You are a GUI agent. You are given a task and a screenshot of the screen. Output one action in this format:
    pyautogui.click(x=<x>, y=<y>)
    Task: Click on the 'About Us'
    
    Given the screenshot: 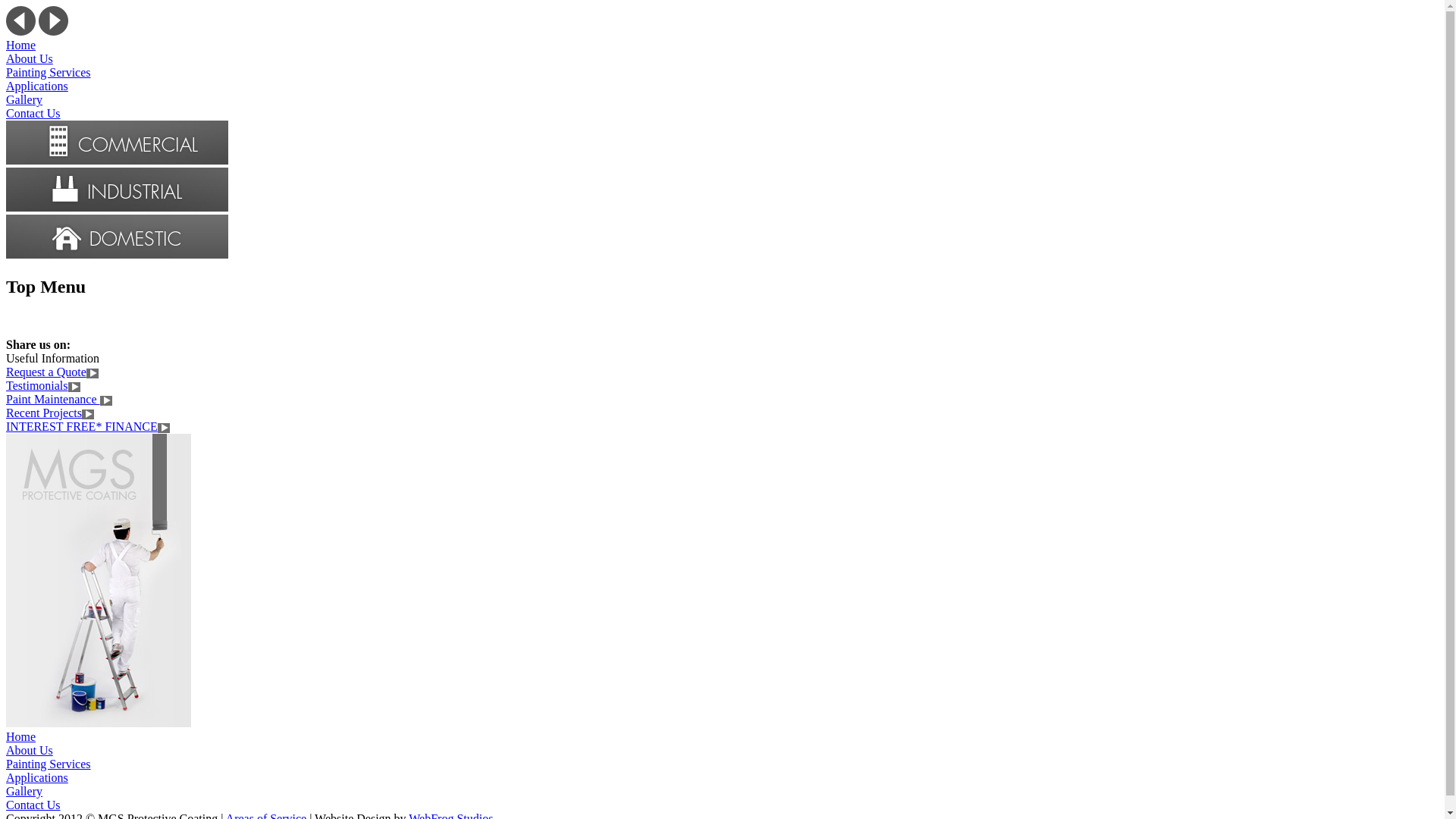 What is the action you would take?
    pyautogui.click(x=29, y=749)
    